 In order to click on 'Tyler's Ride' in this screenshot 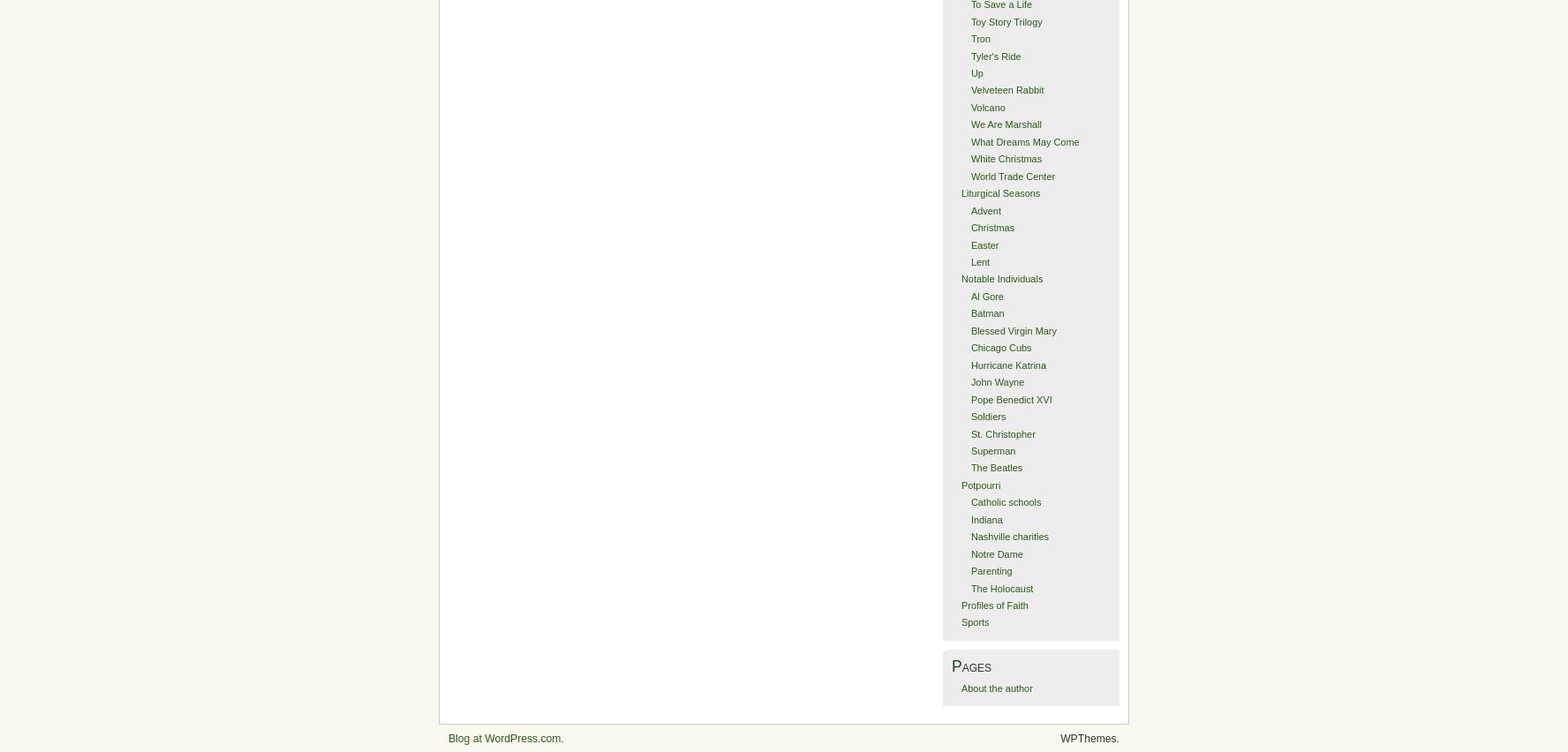, I will do `click(995, 55)`.